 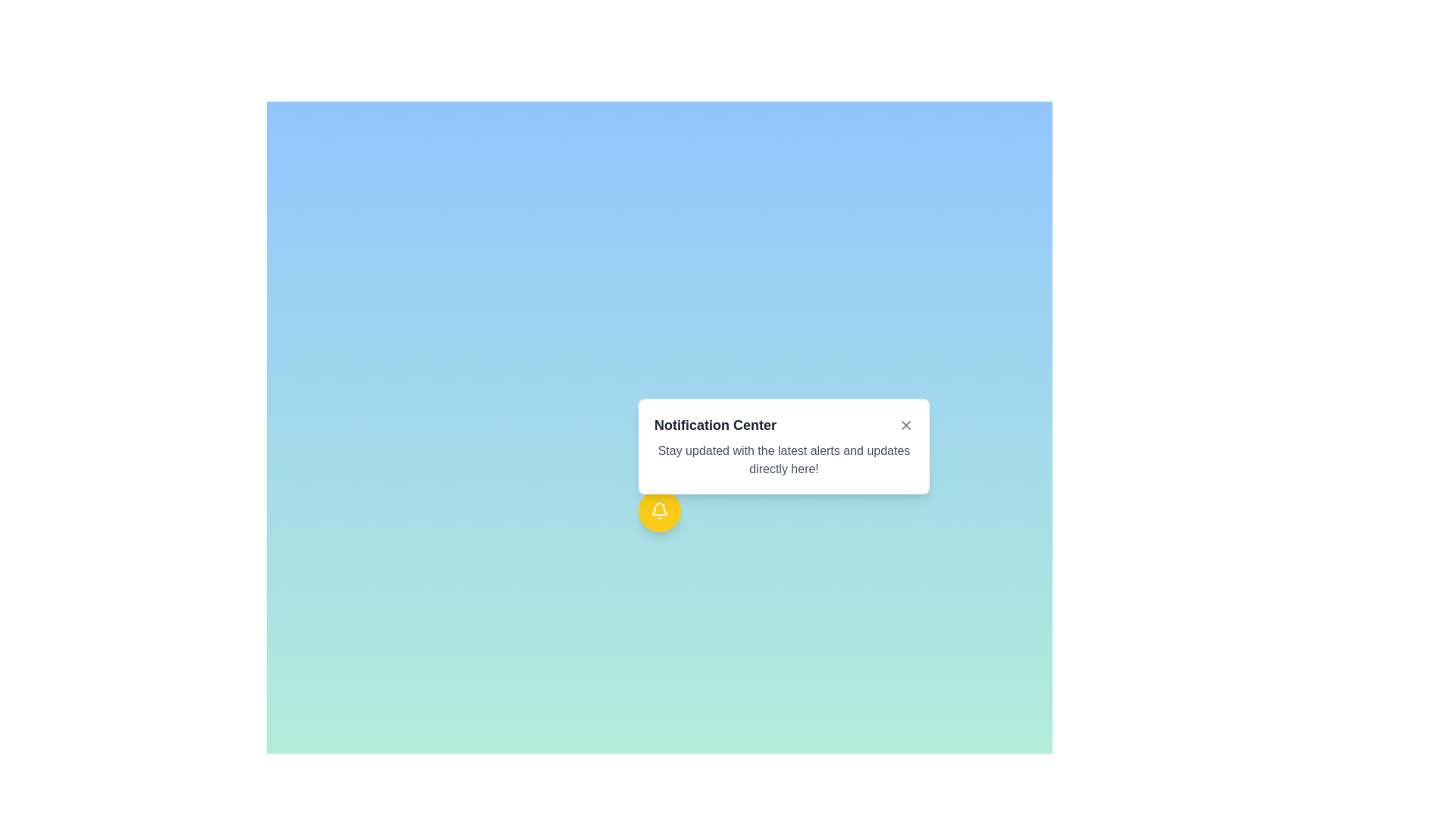 What do you see at coordinates (659, 511) in the screenshot?
I see `the bell icon located within the circular button in the bottom-right corner of the 'Notification Center' bubble to visually represent notifications` at bounding box center [659, 511].